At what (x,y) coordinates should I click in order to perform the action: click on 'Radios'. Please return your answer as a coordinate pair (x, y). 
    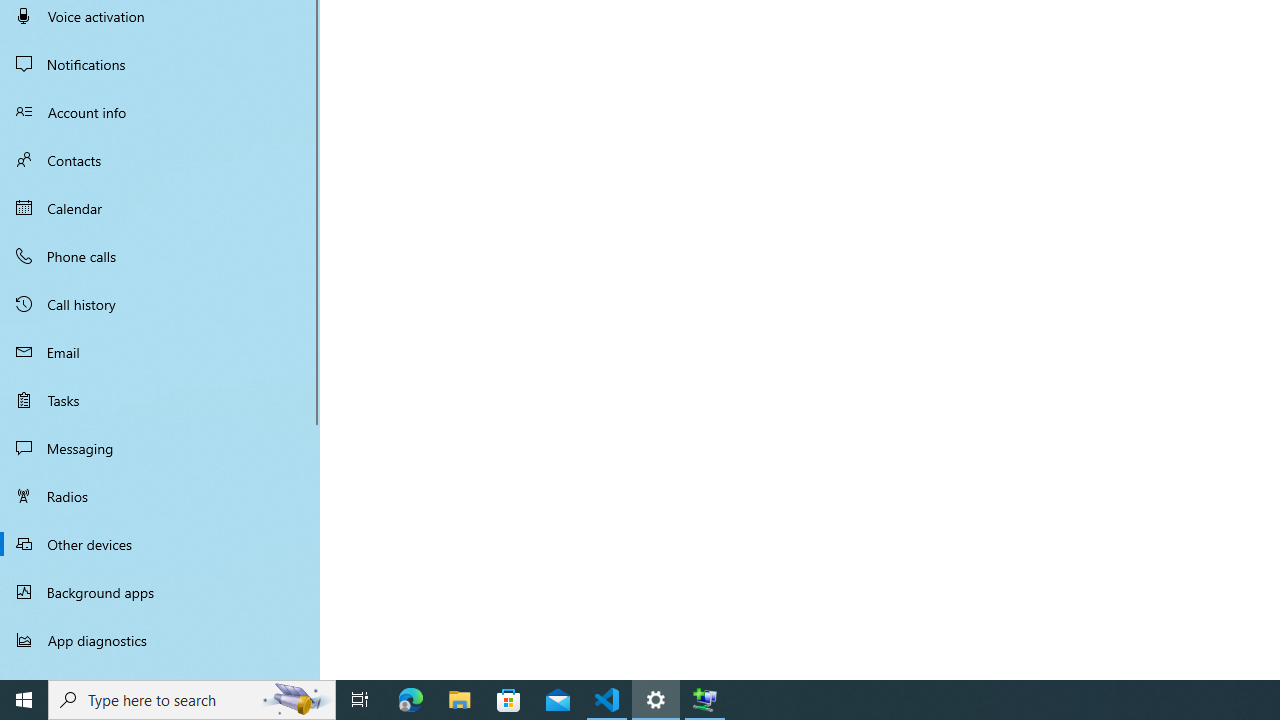
    Looking at the image, I should click on (160, 495).